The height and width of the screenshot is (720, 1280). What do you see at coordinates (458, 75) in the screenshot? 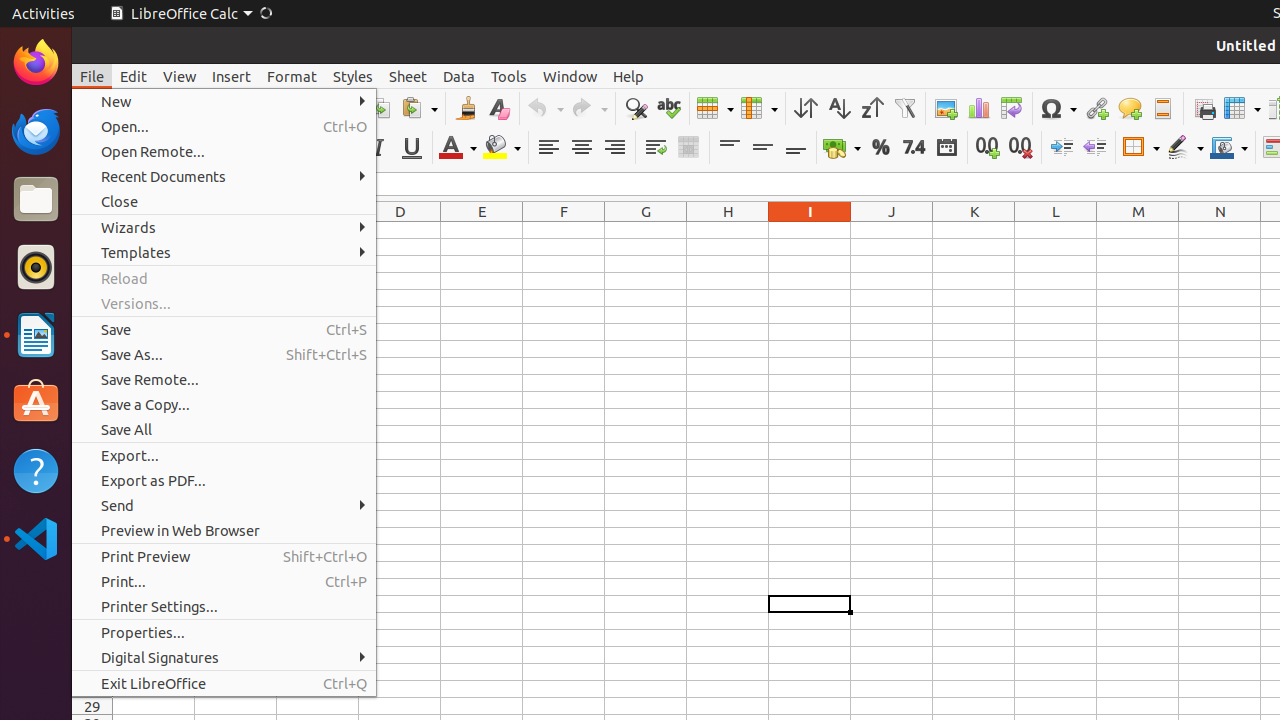
I see `'Data'` at bounding box center [458, 75].